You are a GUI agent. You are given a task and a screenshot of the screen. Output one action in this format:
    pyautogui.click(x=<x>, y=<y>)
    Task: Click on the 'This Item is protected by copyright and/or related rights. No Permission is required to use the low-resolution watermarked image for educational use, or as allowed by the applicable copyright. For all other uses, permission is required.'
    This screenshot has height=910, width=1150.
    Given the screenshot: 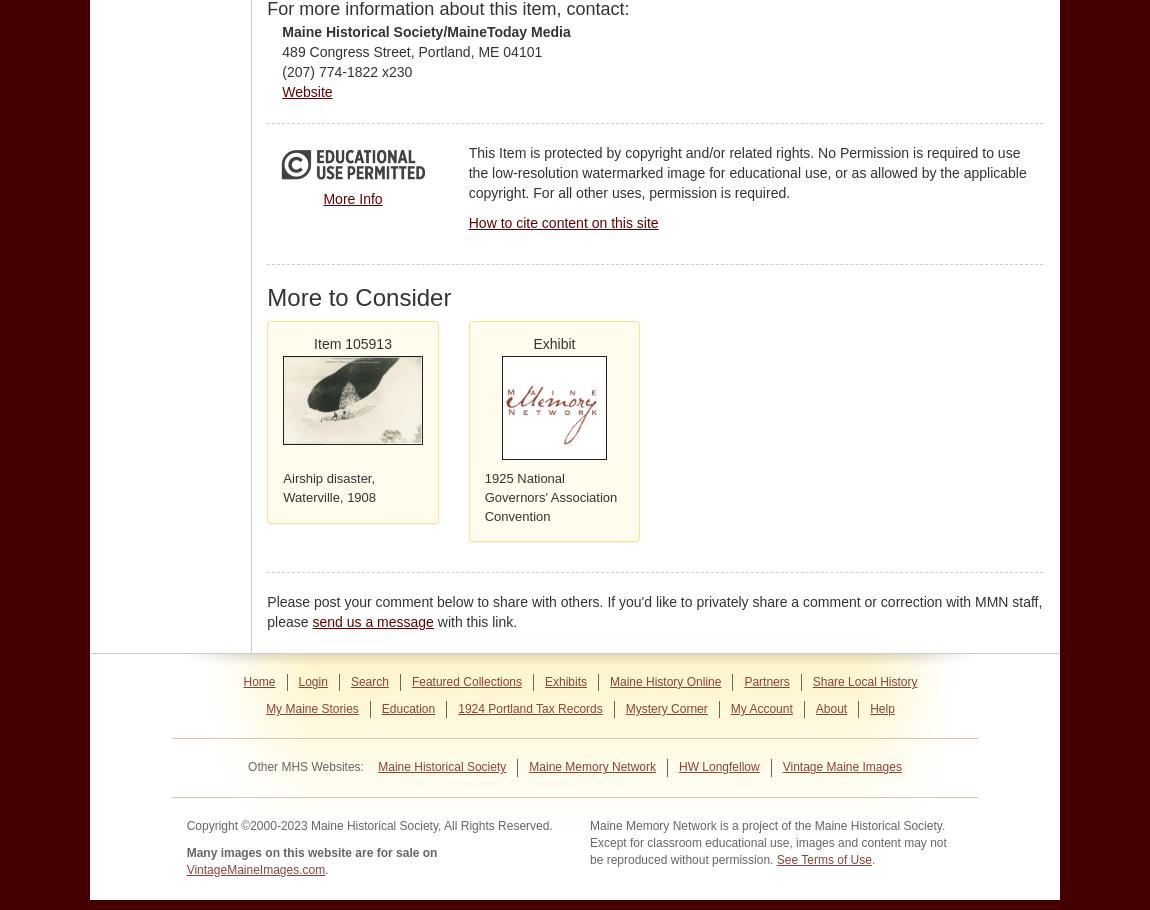 What is the action you would take?
    pyautogui.click(x=468, y=172)
    